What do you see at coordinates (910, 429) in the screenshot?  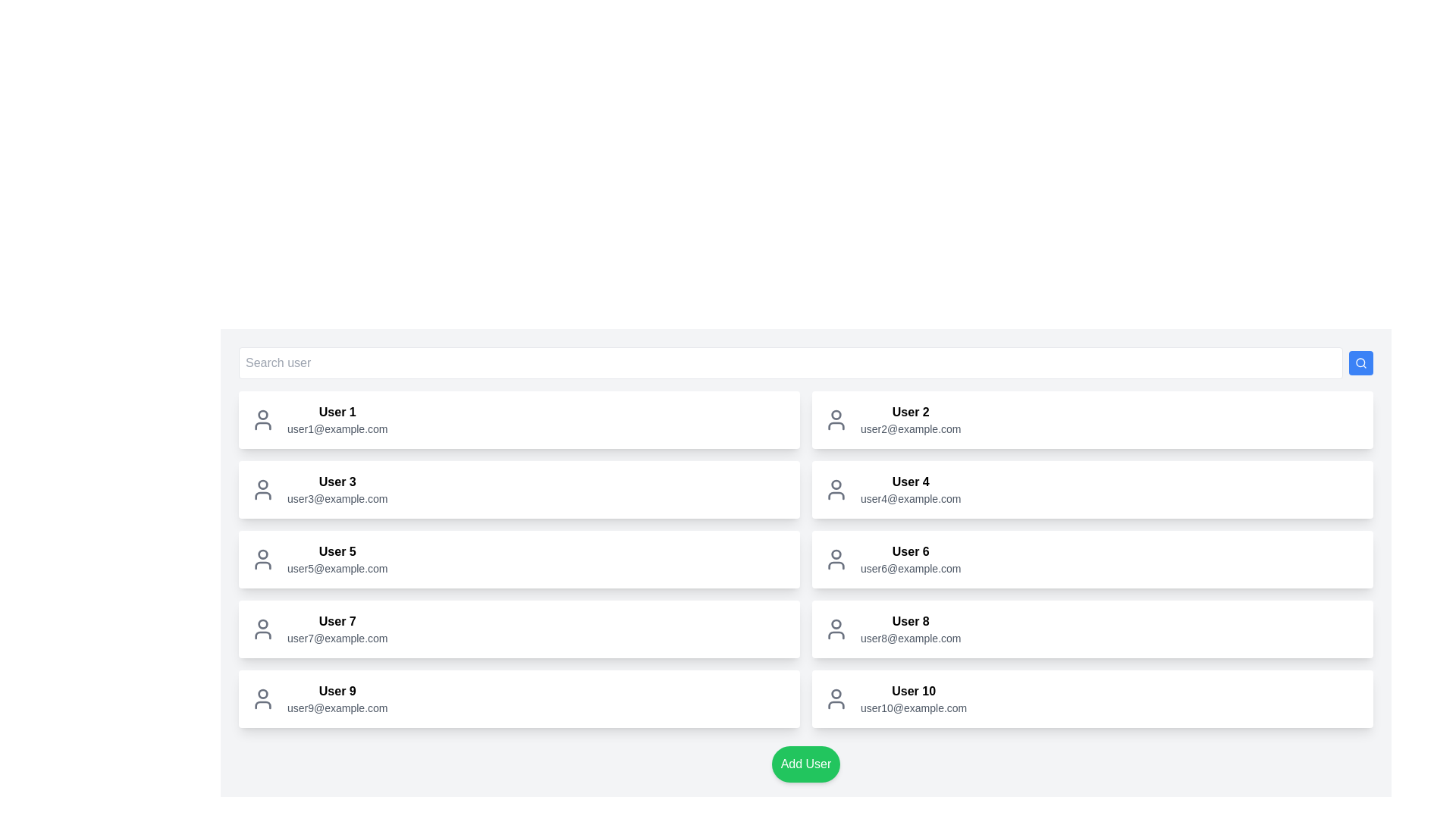 I see `the text label 'user2@example.com', which is gray and located below the bold 'User 2' label in the user information card` at bounding box center [910, 429].